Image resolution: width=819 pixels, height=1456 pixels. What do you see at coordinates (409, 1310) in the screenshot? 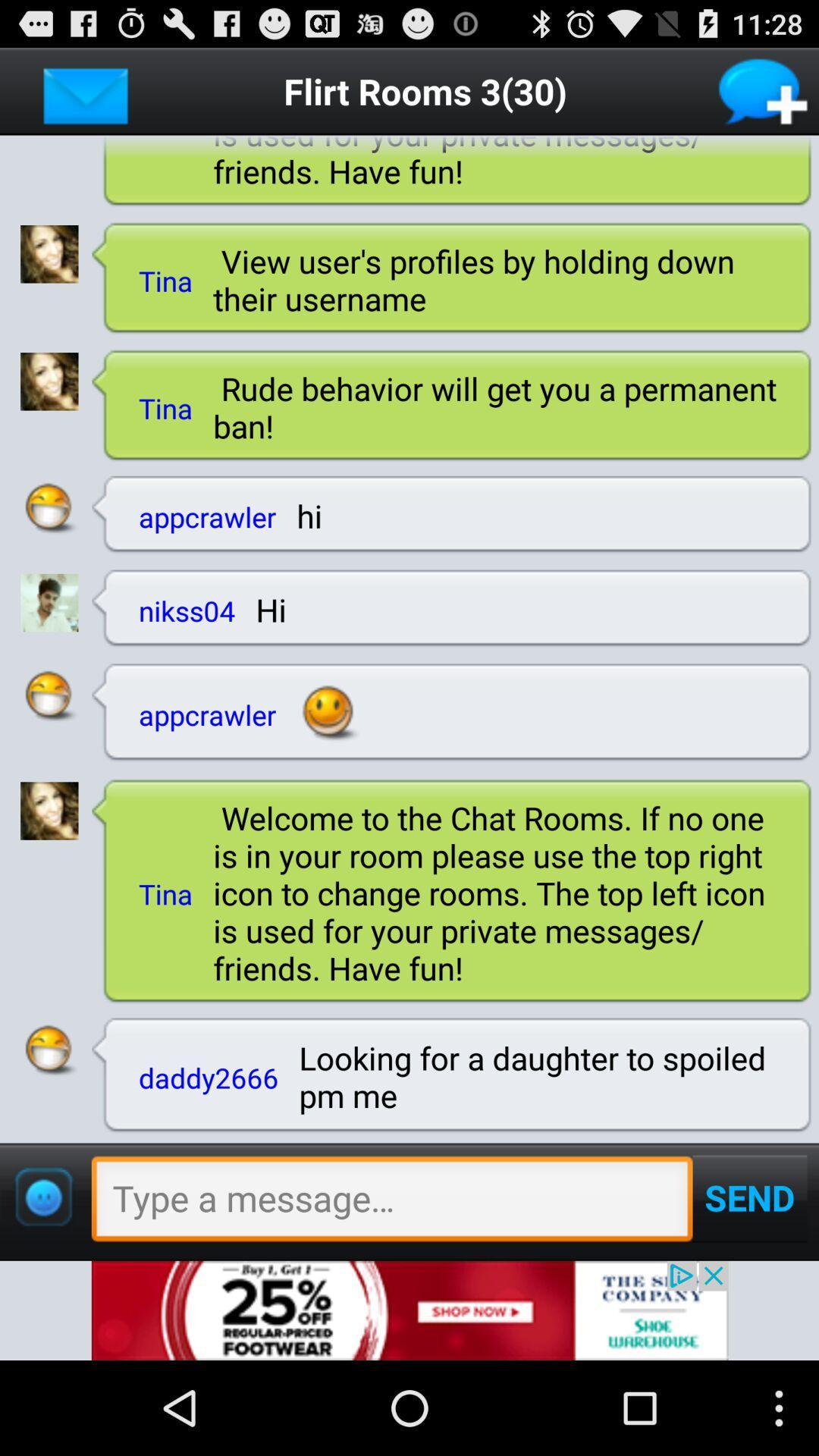
I see `open advertisement` at bounding box center [409, 1310].